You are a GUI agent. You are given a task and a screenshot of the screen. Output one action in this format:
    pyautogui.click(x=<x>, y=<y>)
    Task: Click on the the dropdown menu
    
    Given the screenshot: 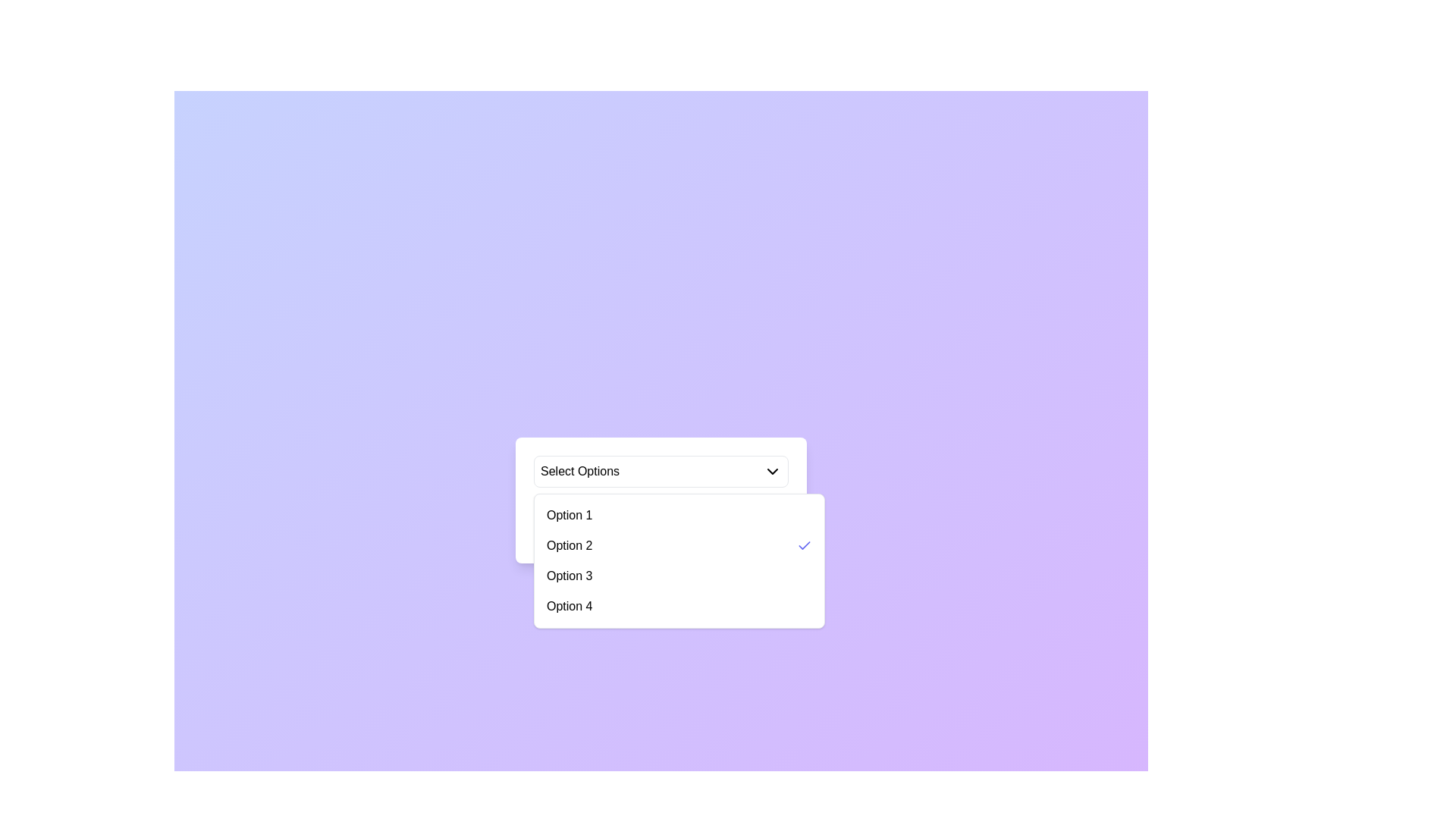 What is the action you would take?
    pyautogui.click(x=679, y=561)
    